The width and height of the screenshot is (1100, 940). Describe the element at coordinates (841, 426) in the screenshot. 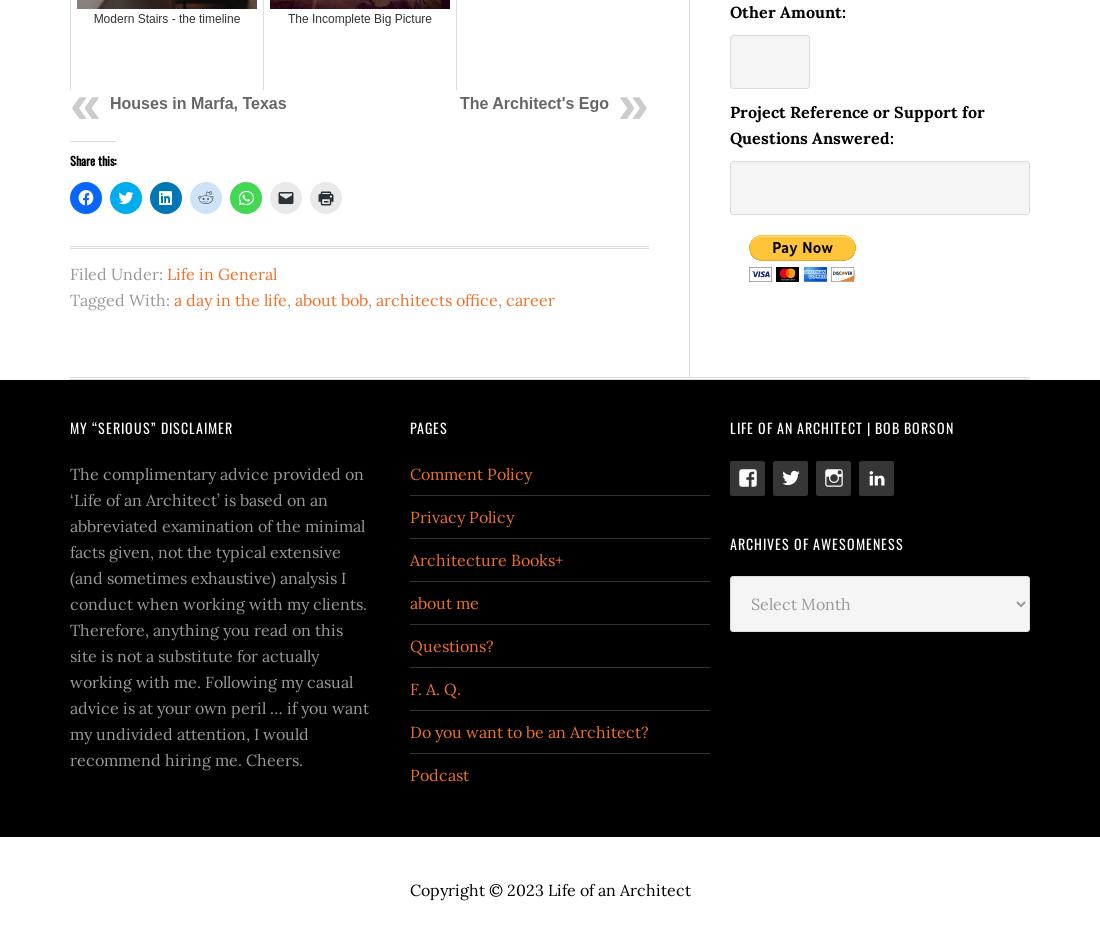

I see `'Life of an Architect | Bob Borson'` at that location.